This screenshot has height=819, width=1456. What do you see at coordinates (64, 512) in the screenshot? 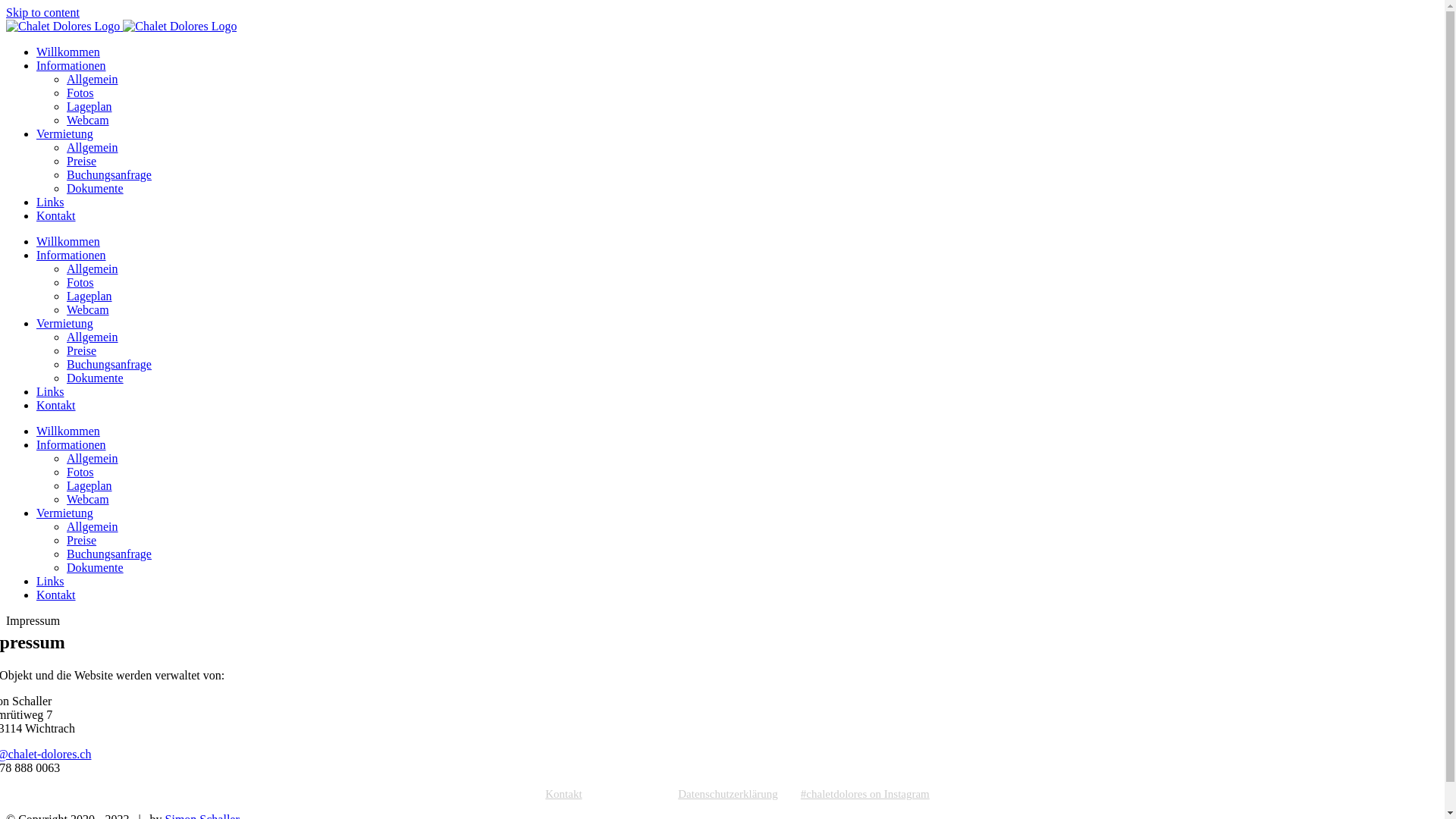
I see `'Vermietung'` at bounding box center [64, 512].